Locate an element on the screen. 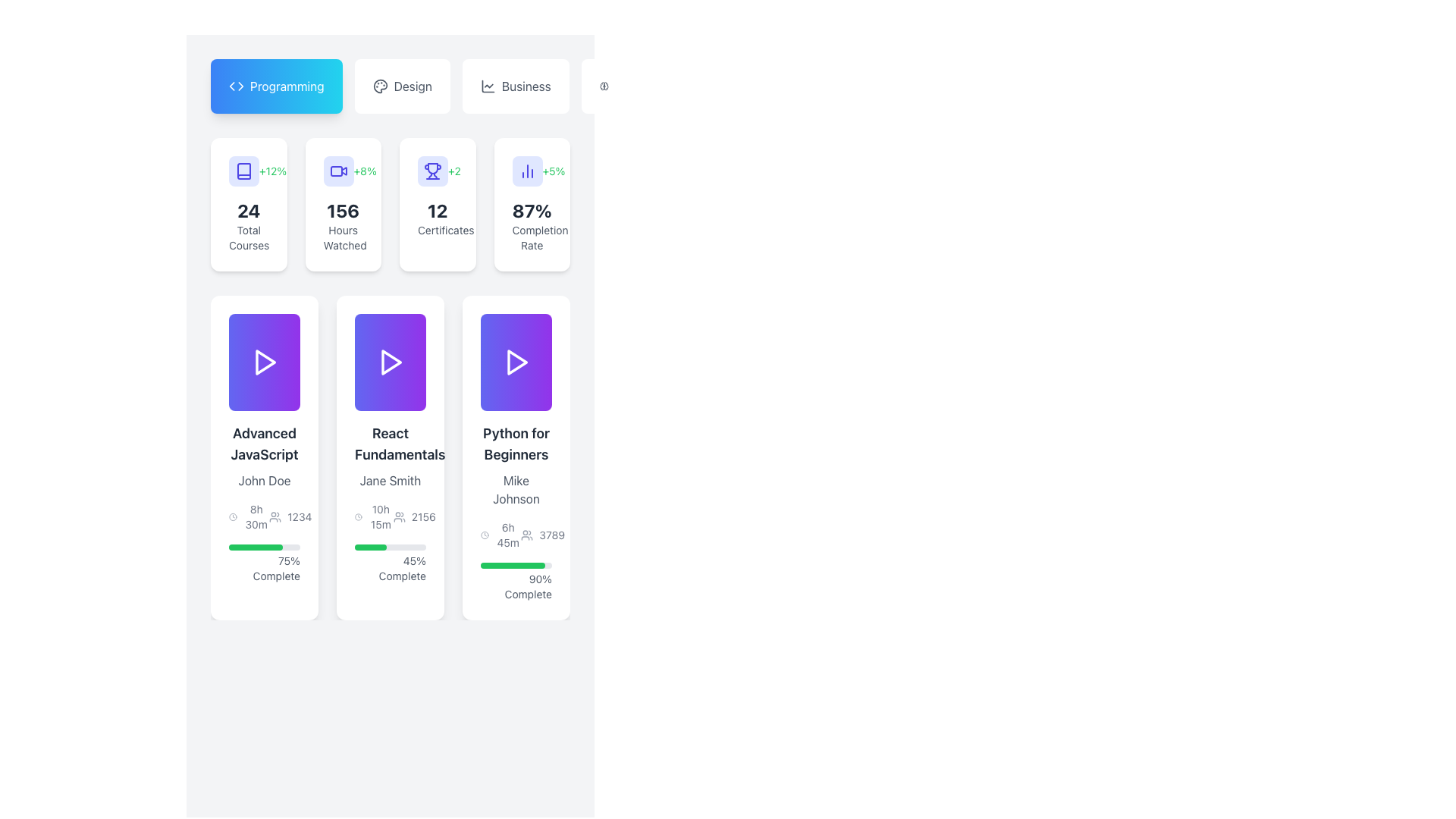 The width and height of the screenshot is (1456, 819). text displayed on the gray text label showing '3789', located under the 'Python for Beginners' card in the course cards grid is located at coordinates (551, 534).